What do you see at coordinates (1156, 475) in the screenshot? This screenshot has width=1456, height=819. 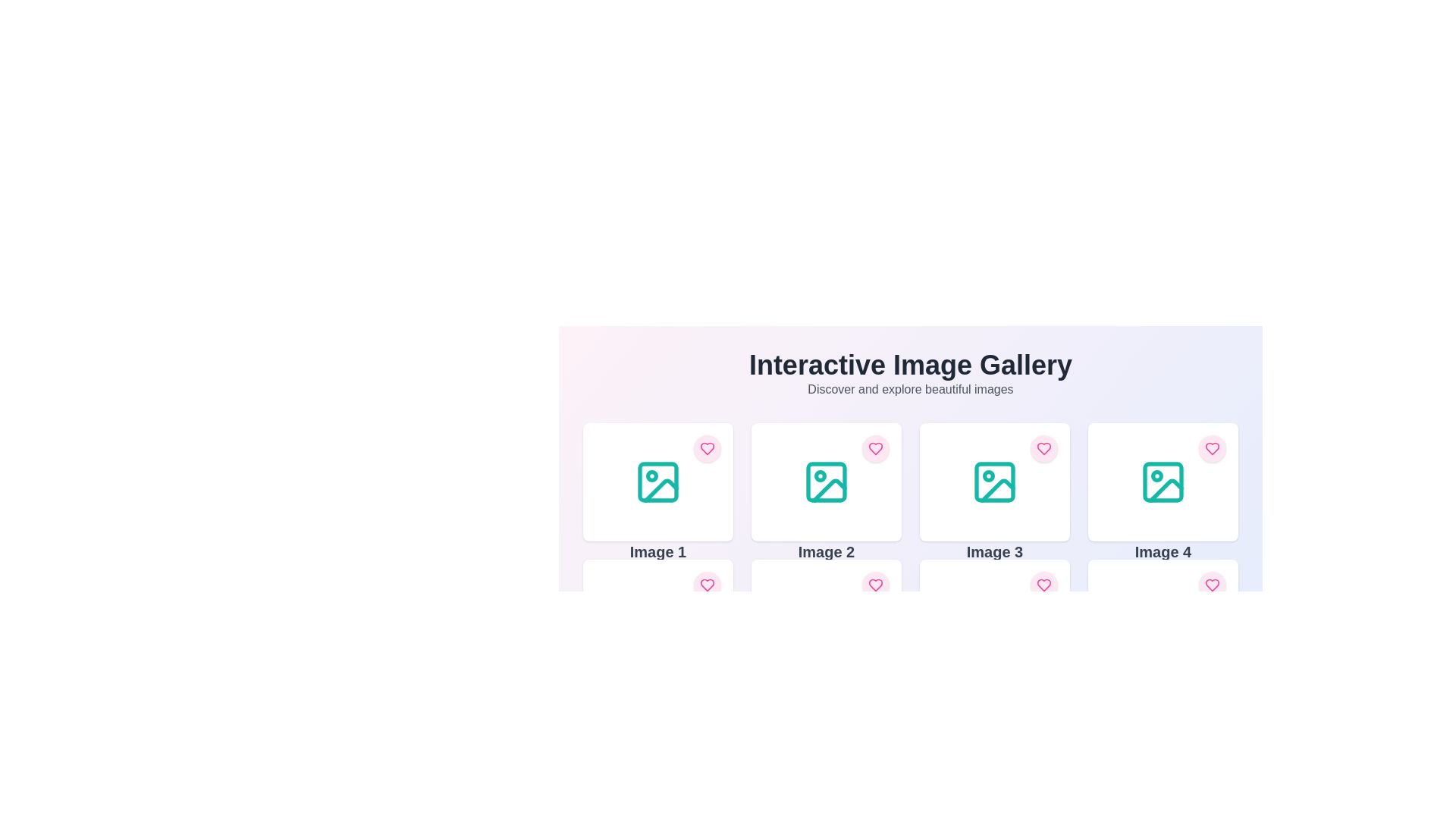 I see `the teal circle graphical decoration located within the 'Image 4' icon in the interactive gallery` at bounding box center [1156, 475].